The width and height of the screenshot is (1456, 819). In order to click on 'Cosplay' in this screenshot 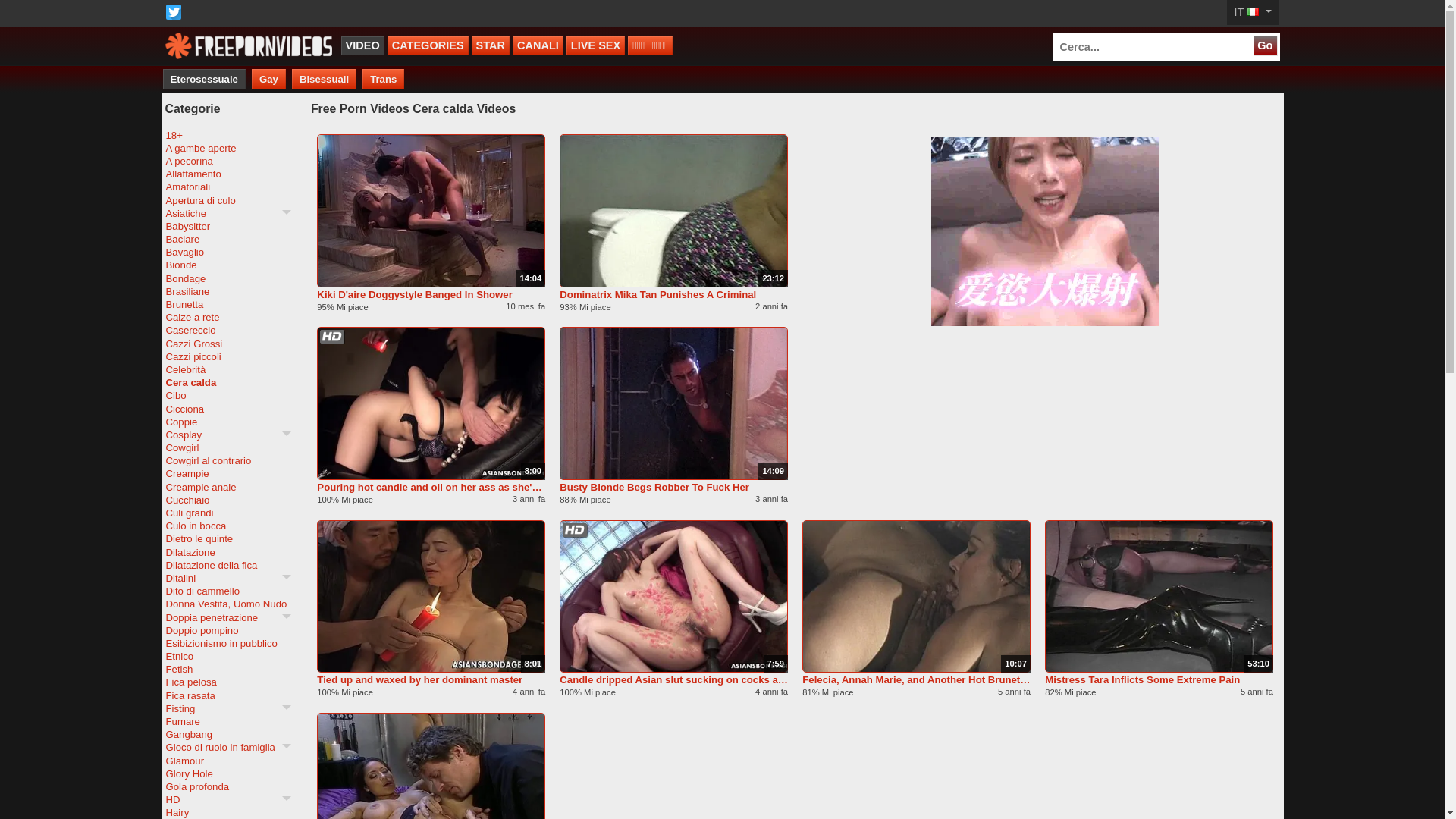, I will do `click(227, 435)`.